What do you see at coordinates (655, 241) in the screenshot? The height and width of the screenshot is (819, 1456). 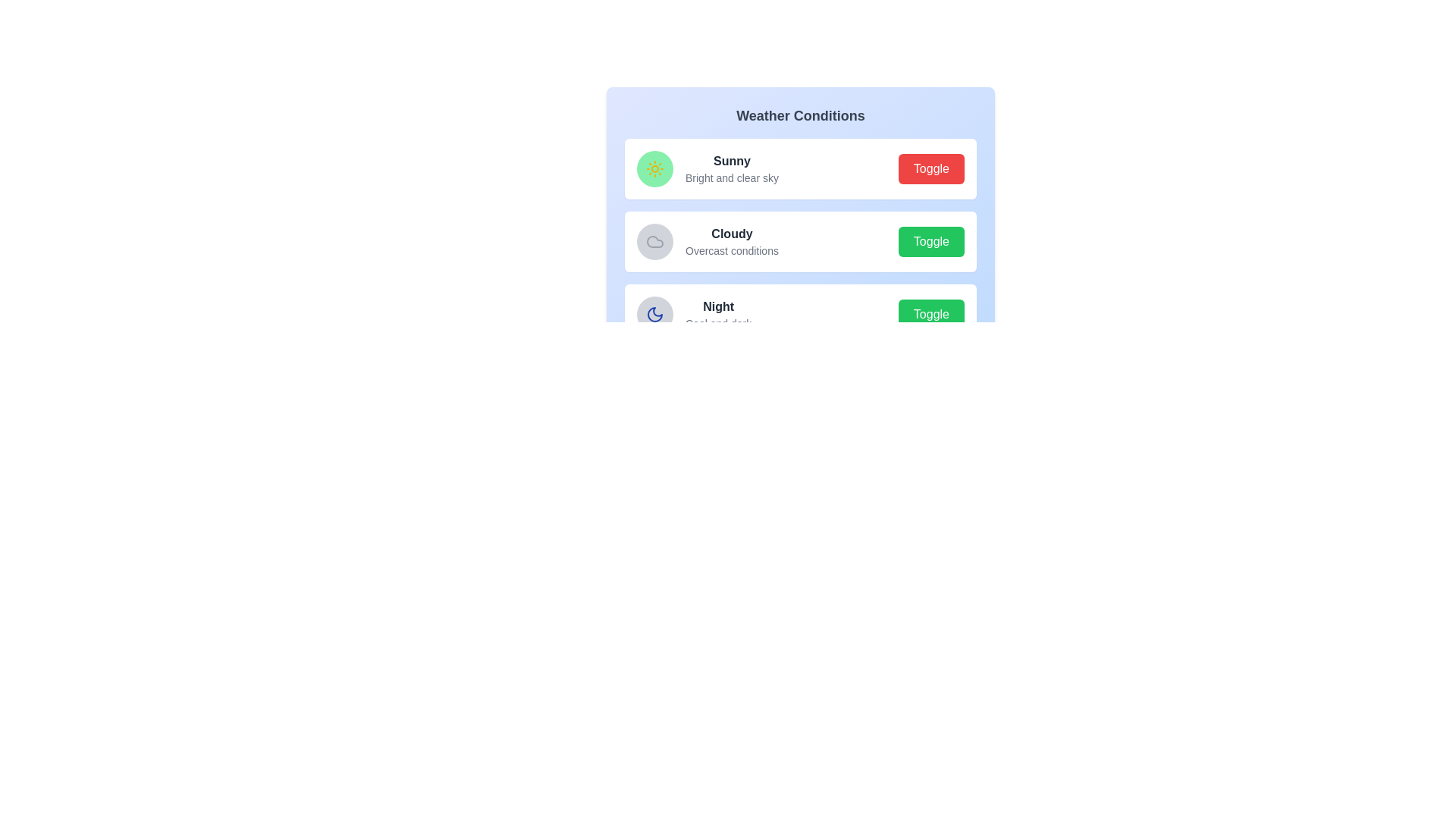 I see `the icon representation of the weather state Cloudy` at bounding box center [655, 241].